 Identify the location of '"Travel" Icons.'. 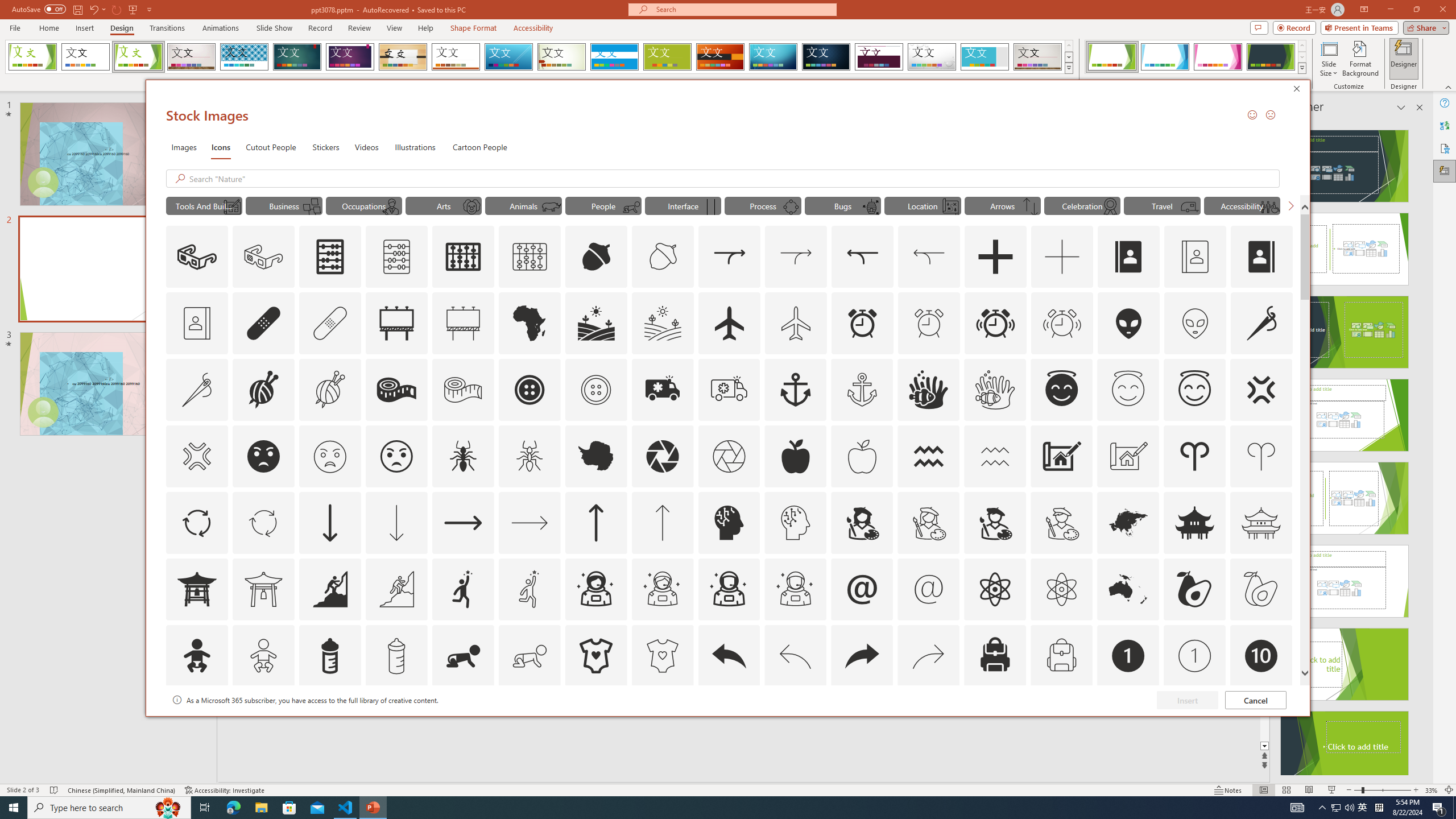
(1162, 205).